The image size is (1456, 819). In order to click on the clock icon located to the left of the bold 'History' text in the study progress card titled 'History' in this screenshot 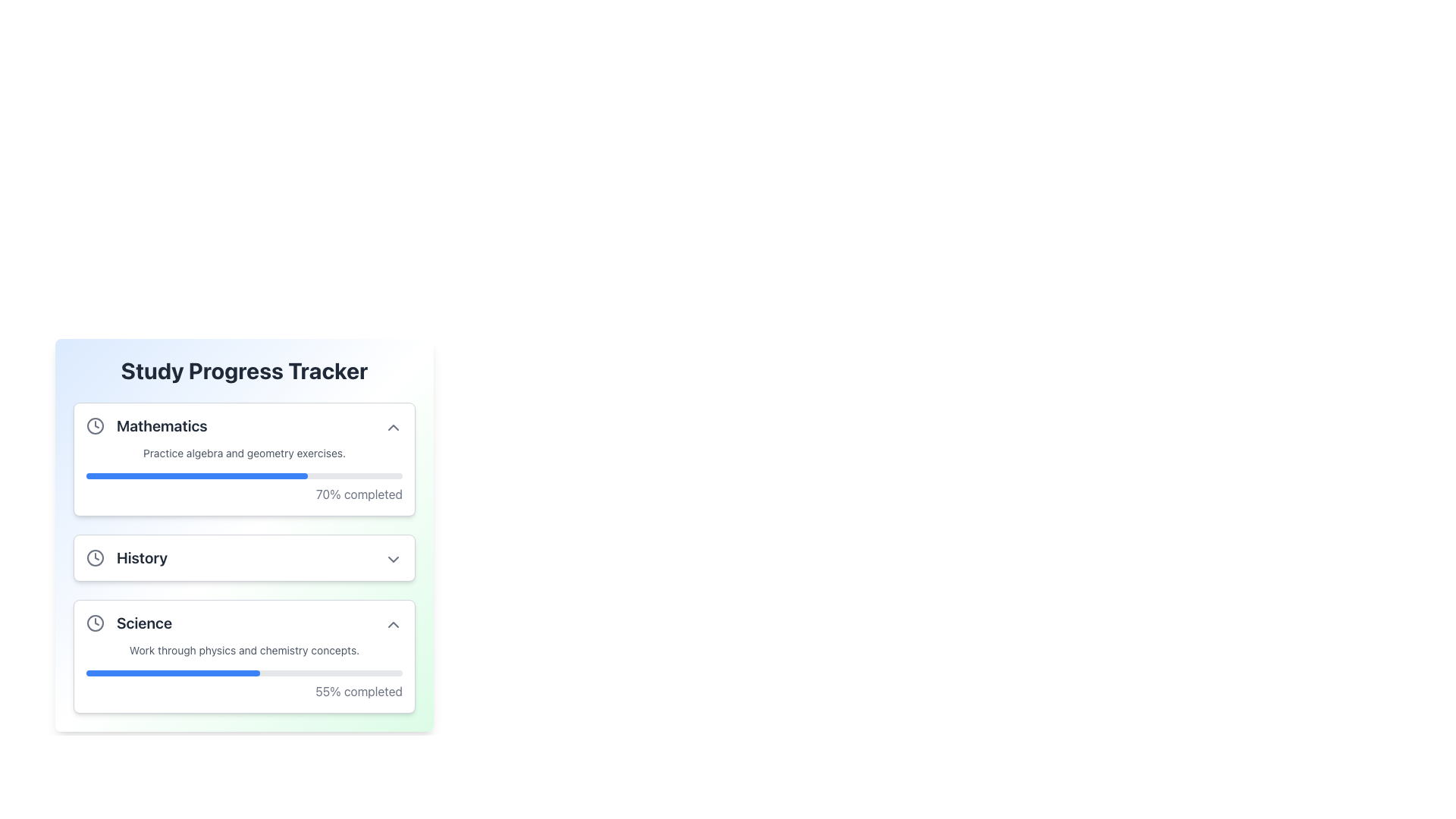, I will do `click(127, 558)`.